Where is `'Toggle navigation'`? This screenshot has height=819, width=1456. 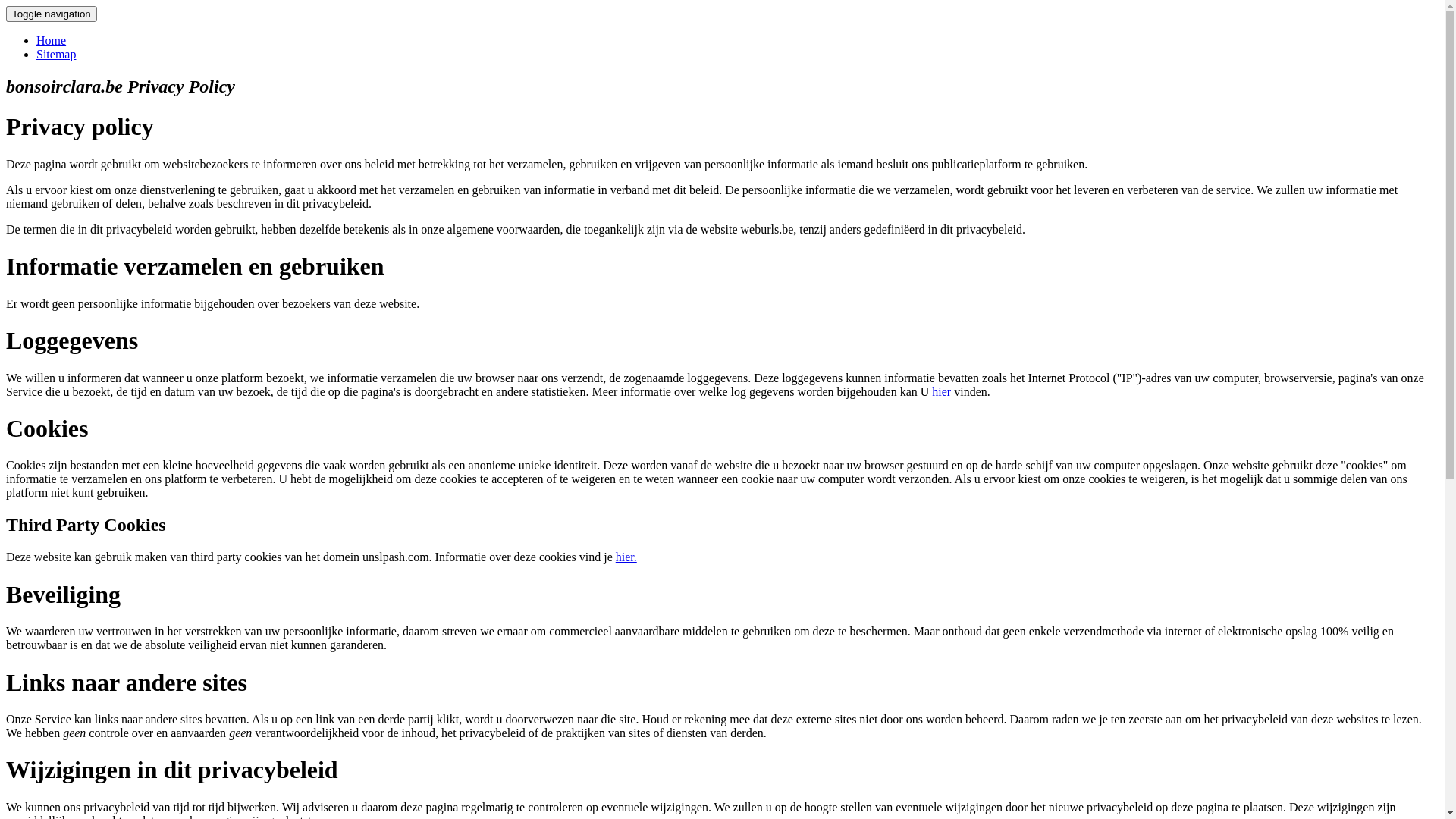 'Toggle navigation' is located at coordinates (51, 14).